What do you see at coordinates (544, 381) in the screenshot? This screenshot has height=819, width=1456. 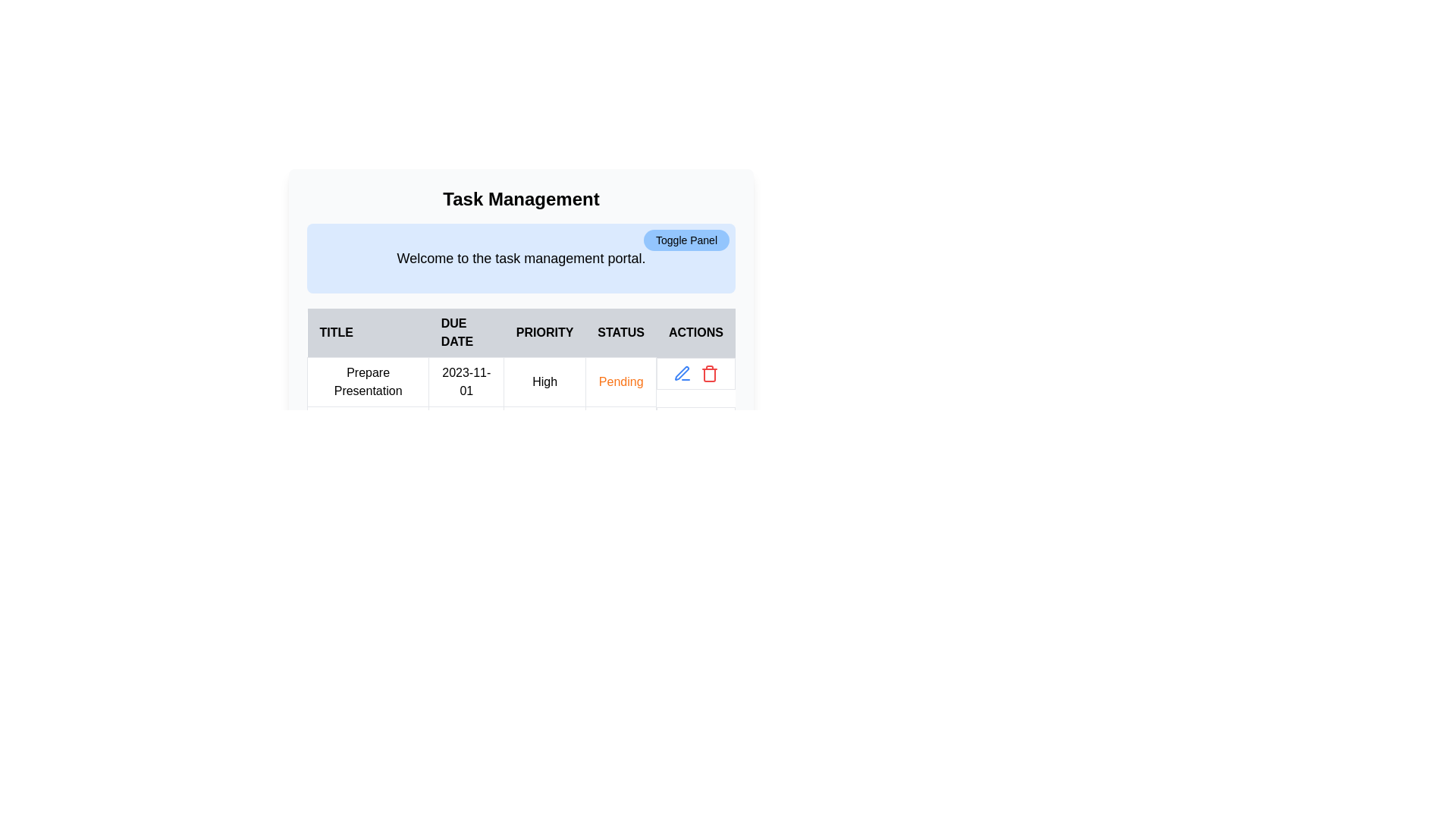 I see `the text label reading 'High' in black font, which is centrally aligned within the PRIORITY column of the task table interface` at bounding box center [544, 381].